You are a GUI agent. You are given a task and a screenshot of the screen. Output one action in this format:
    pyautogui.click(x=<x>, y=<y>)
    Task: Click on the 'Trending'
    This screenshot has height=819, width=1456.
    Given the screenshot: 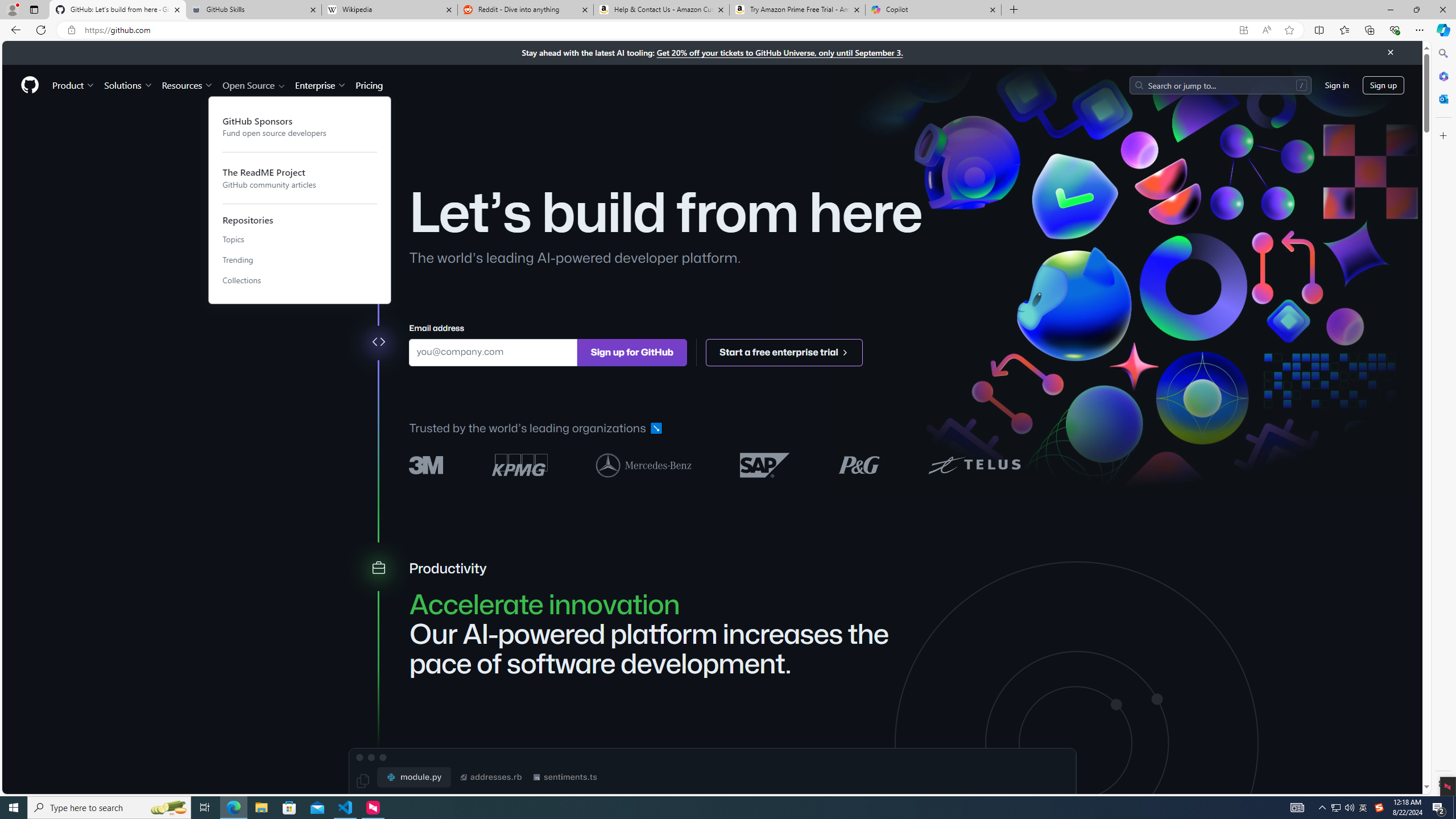 What is the action you would take?
    pyautogui.click(x=299, y=259)
    